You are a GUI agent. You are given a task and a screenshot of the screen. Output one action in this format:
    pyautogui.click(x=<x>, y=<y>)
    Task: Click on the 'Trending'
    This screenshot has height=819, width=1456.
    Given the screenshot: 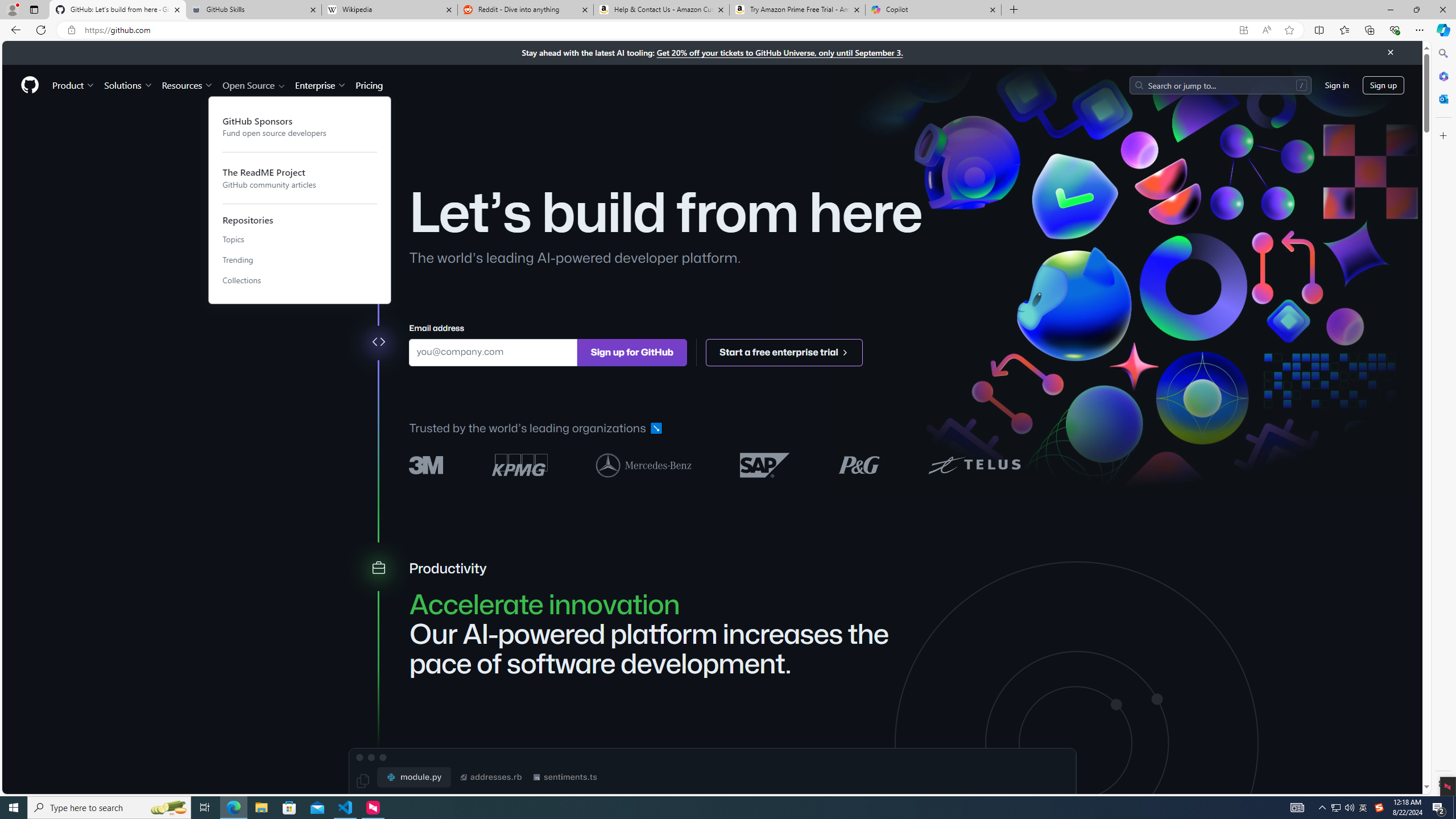 What is the action you would take?
    pyautogui.click(x=299, y=259)
    